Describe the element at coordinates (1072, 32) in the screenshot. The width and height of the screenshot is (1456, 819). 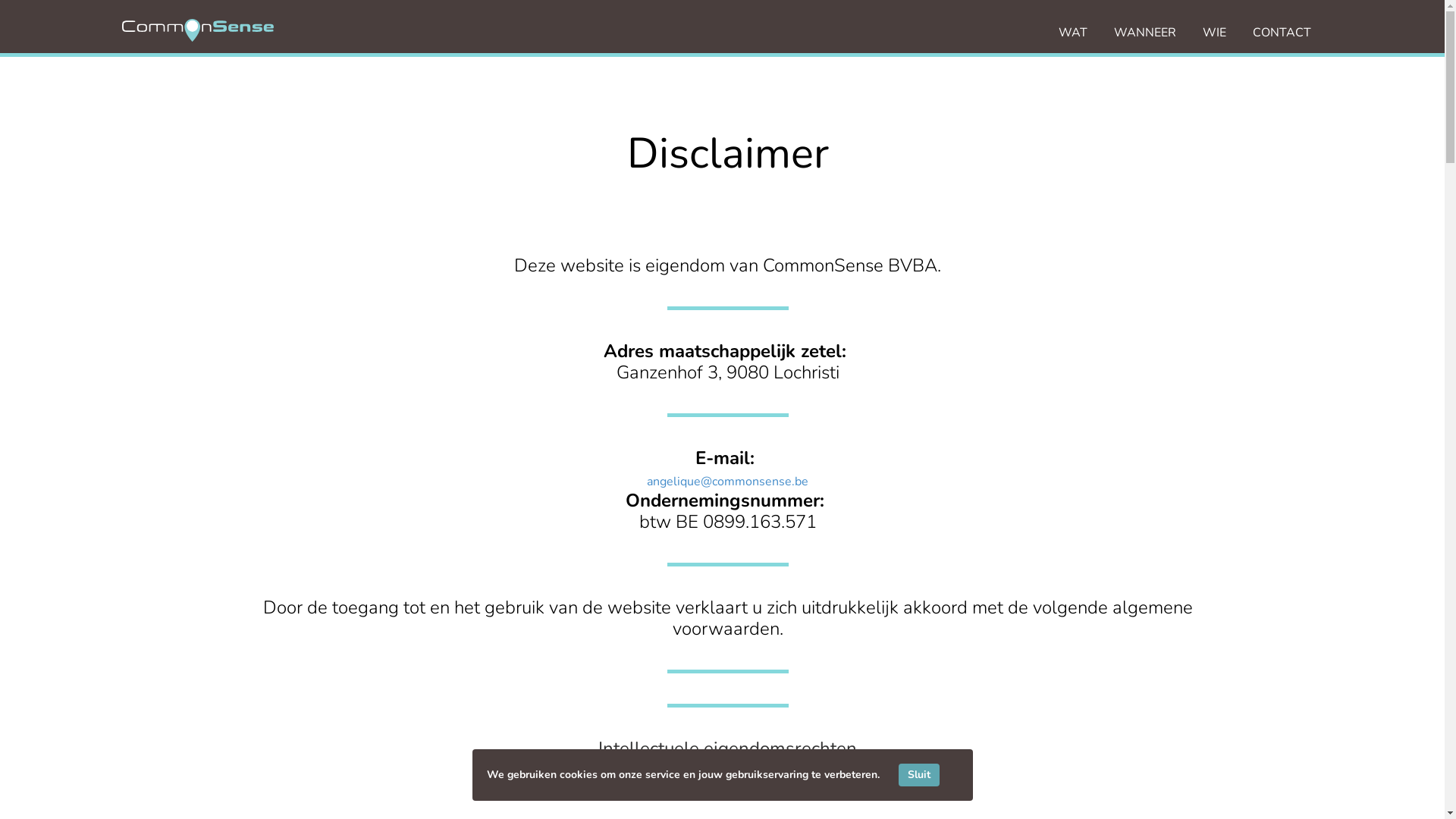
I see `'WAT'` at that location.